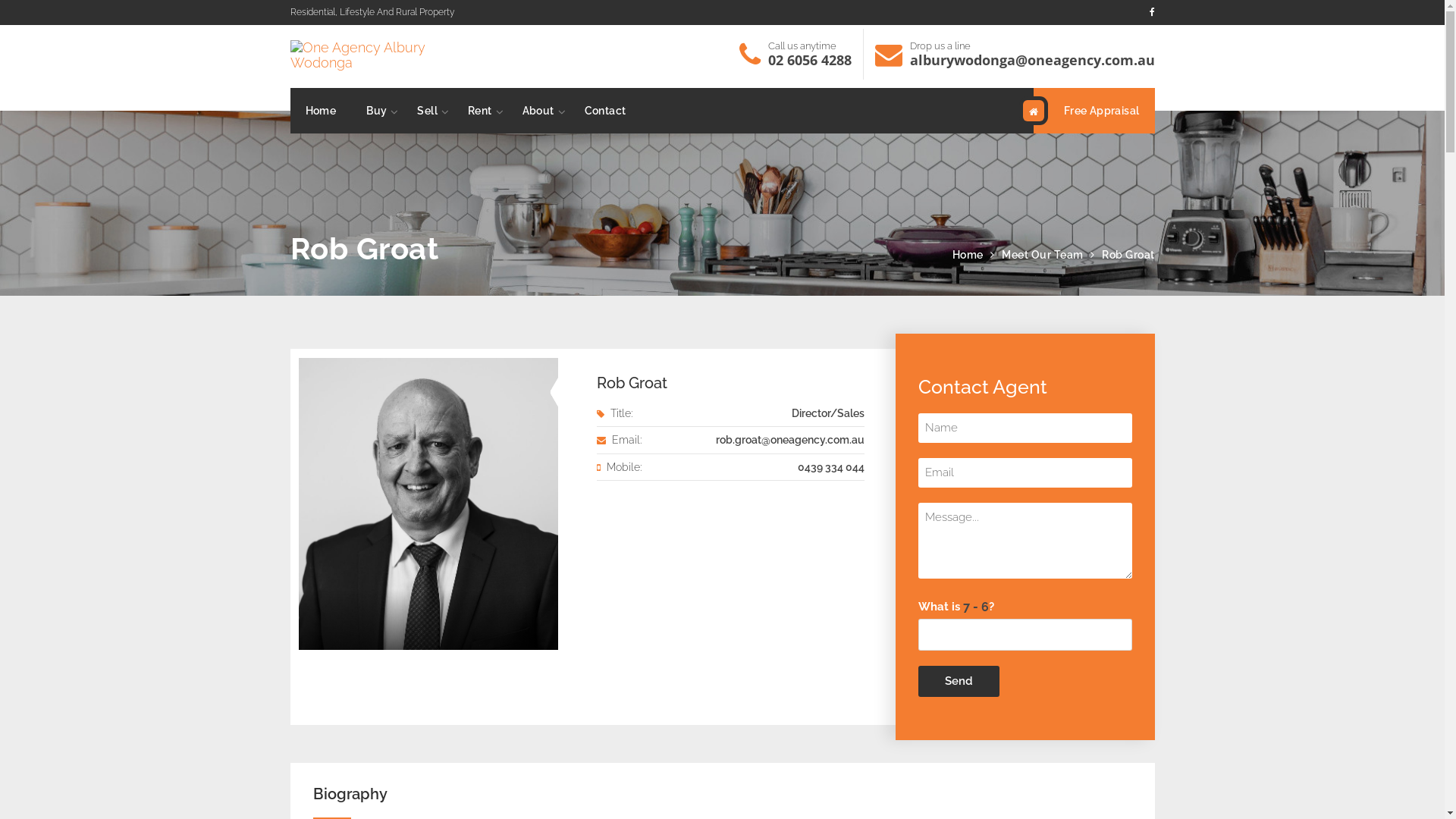  I want to click on 'About', so click(538, 110).